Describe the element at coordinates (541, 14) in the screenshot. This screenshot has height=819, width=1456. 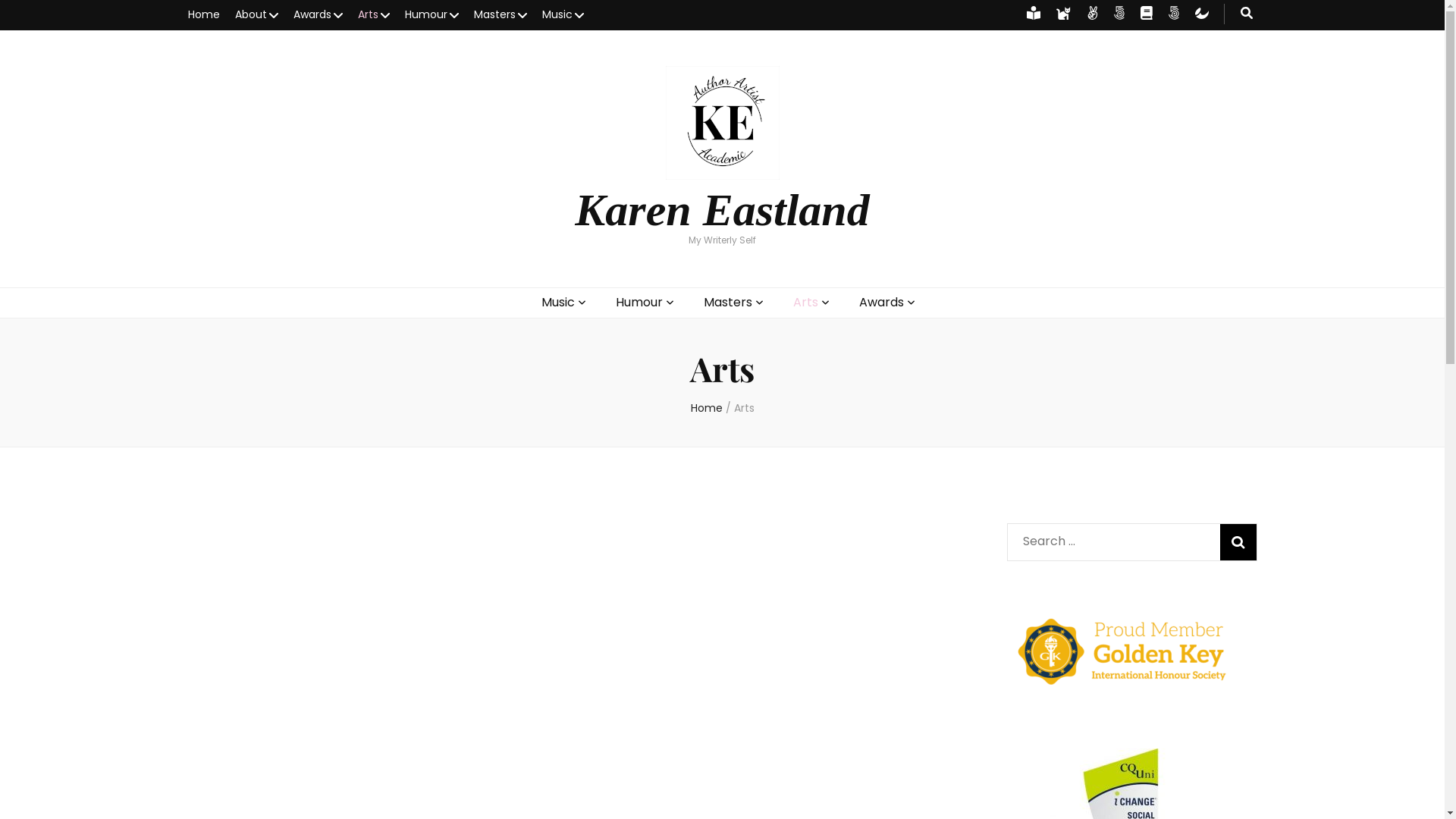
I see `'Music'` at that location.